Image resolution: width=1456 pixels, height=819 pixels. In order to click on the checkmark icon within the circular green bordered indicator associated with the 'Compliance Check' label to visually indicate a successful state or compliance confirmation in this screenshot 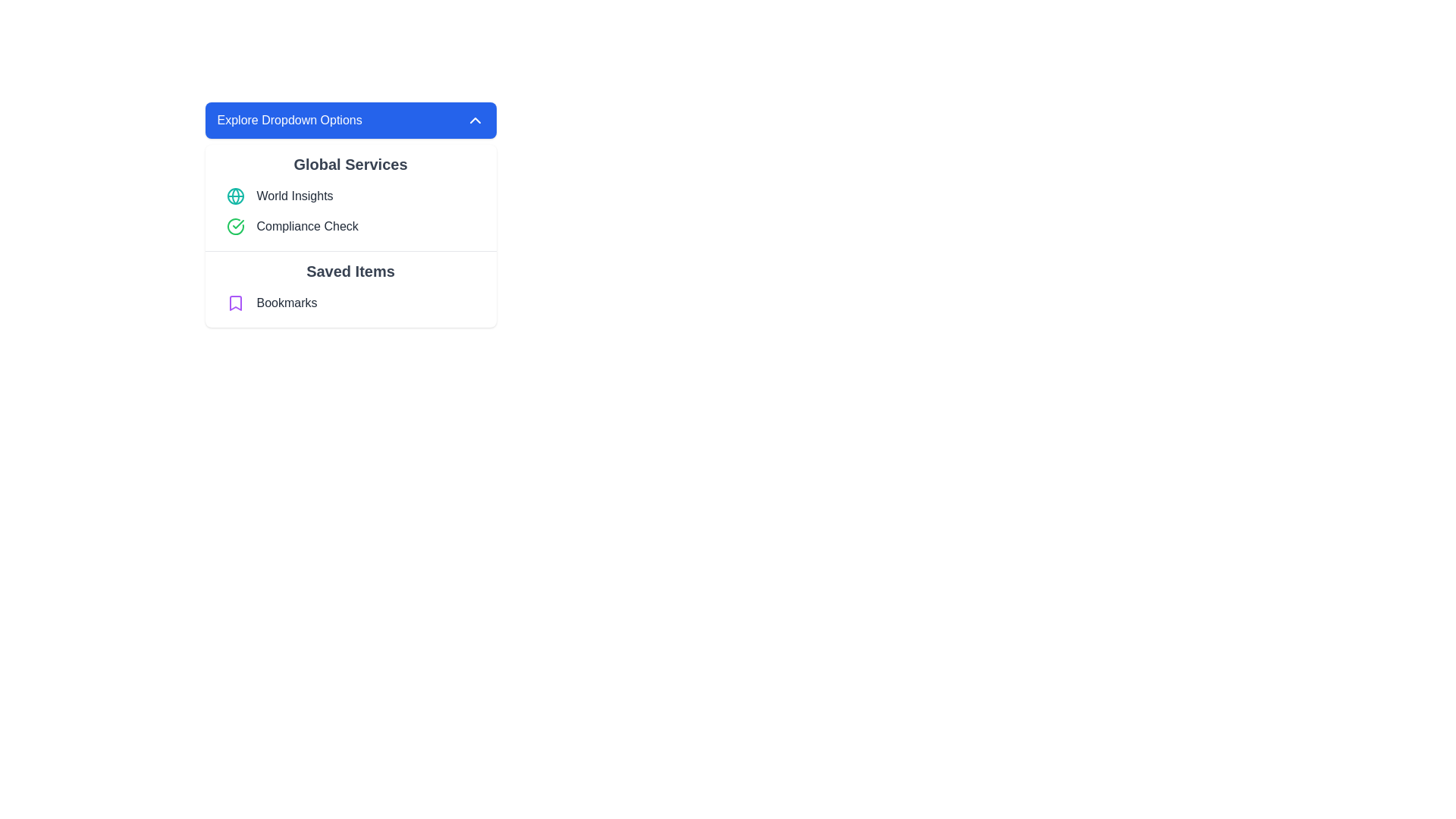, I will do `click(237, 224)`.